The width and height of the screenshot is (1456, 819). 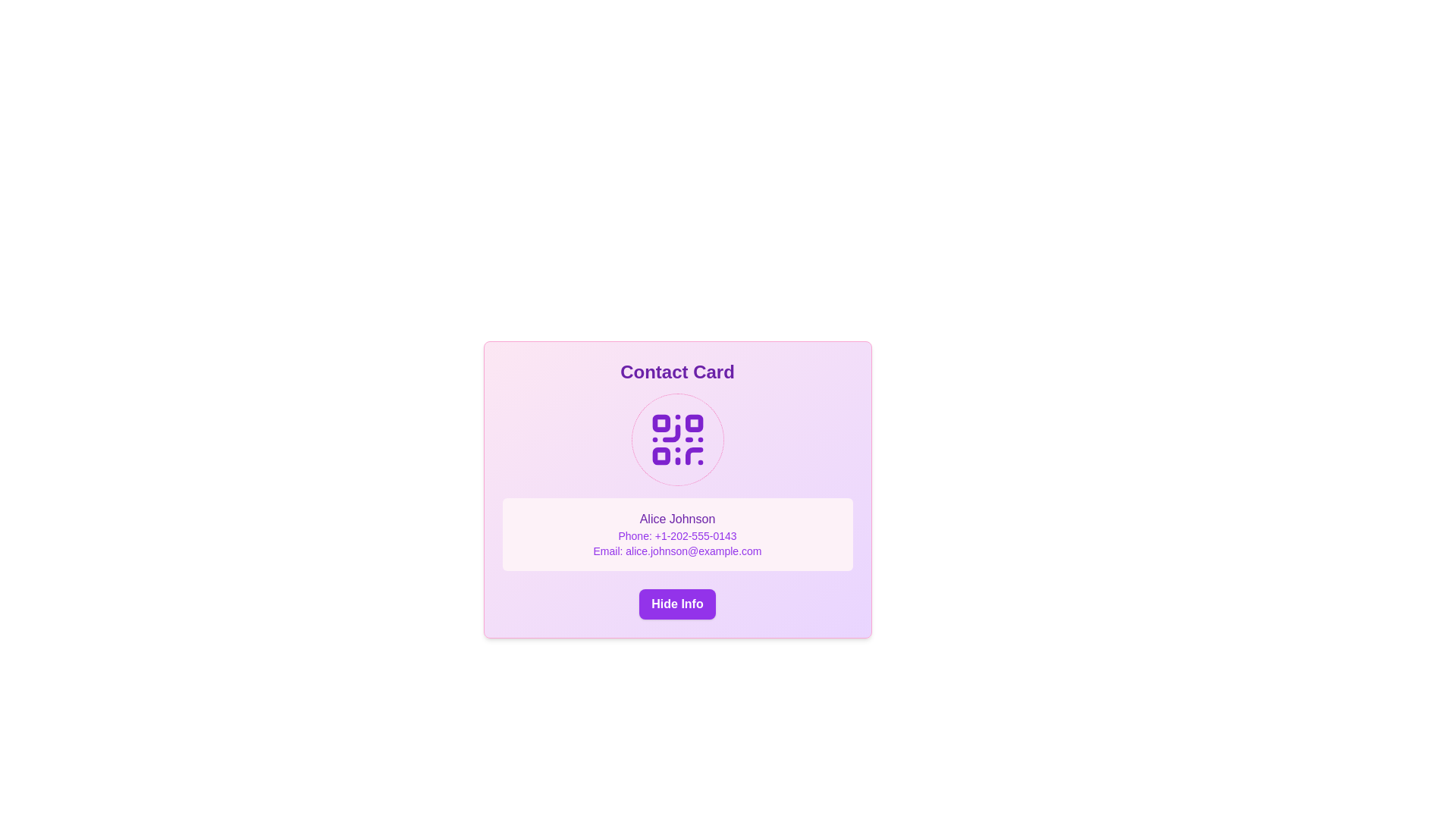 What do you see at coordinates (693, 455) in the screenshot?
I see `the decorative vector graphic segment located at the bottom-right corner of the QR code representation` at bounding box center [693, 455].